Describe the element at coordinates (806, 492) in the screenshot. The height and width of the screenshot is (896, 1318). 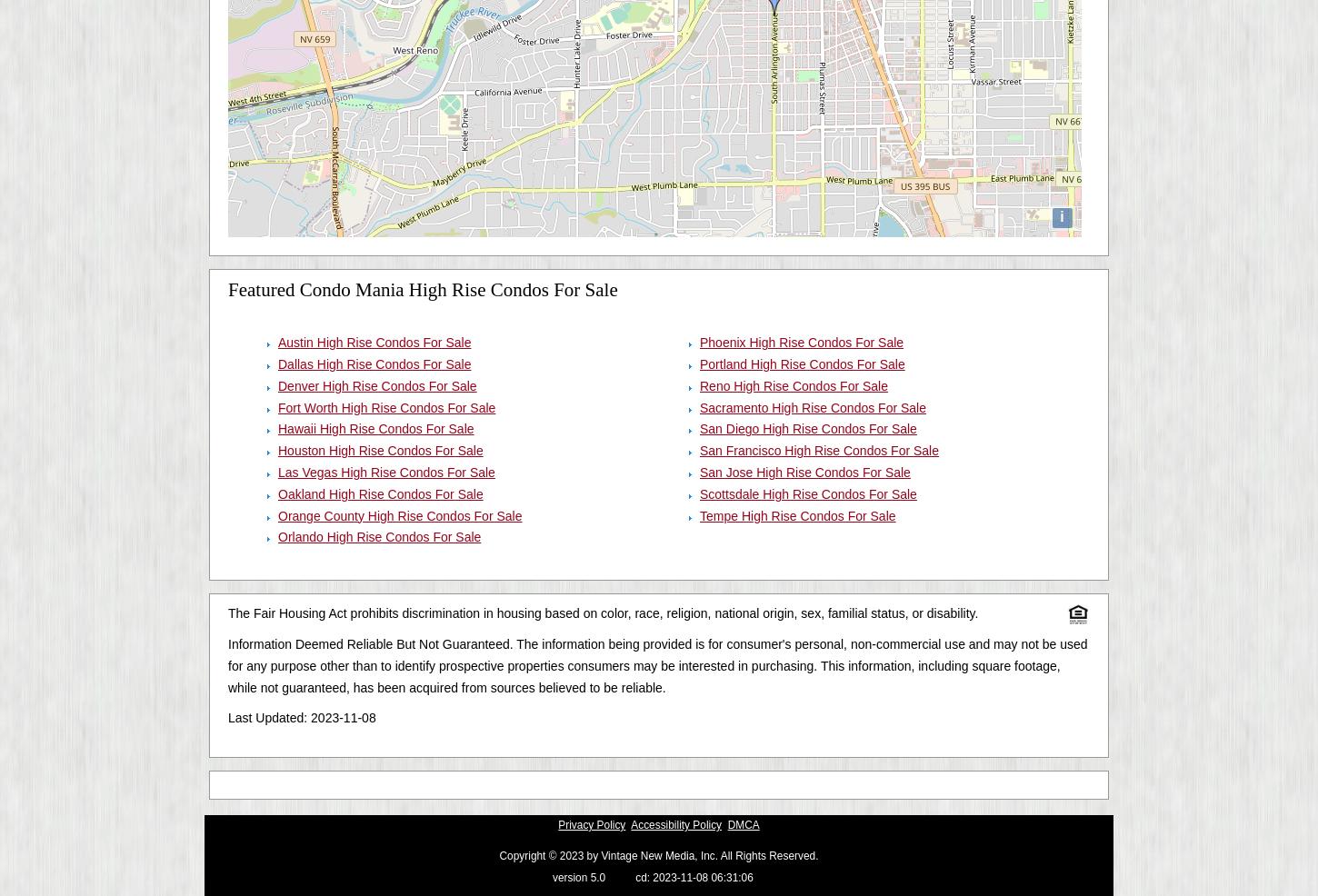
I see `'Scottsdale High Rise Condos For Sale'` at that location.